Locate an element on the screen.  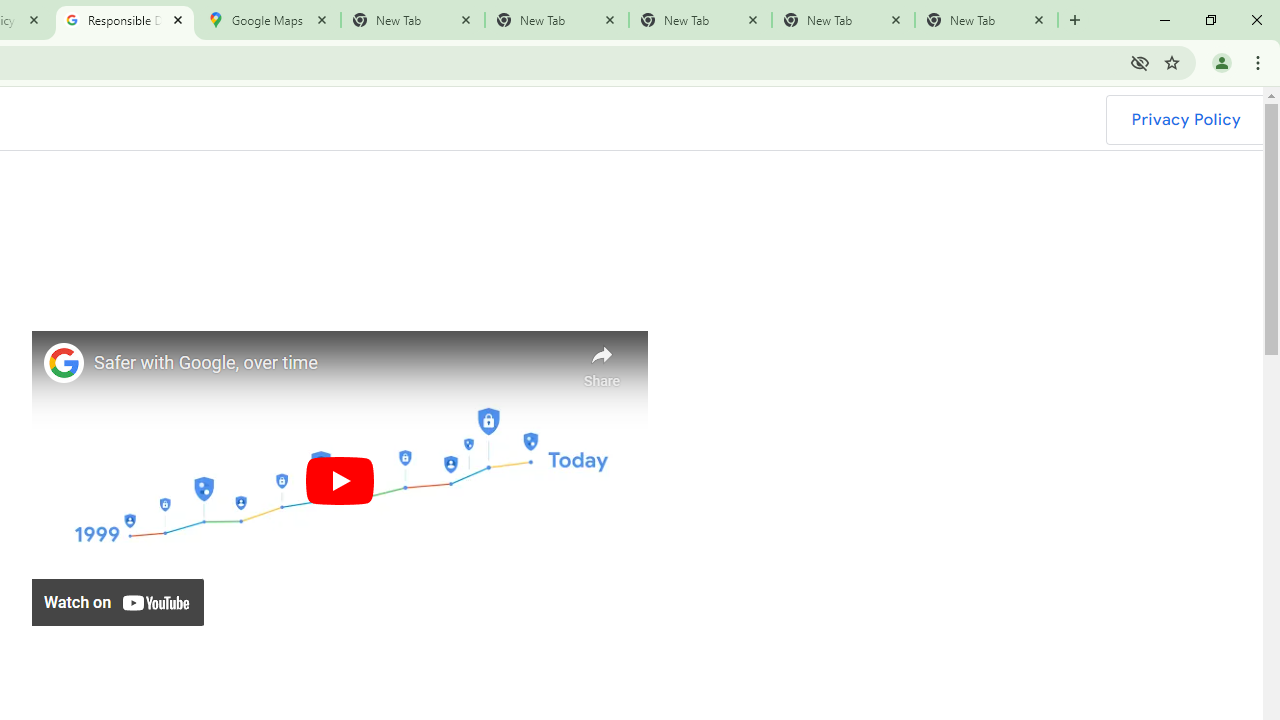
'Third-party cookies blocked' is located at coordinates (1139, 61).